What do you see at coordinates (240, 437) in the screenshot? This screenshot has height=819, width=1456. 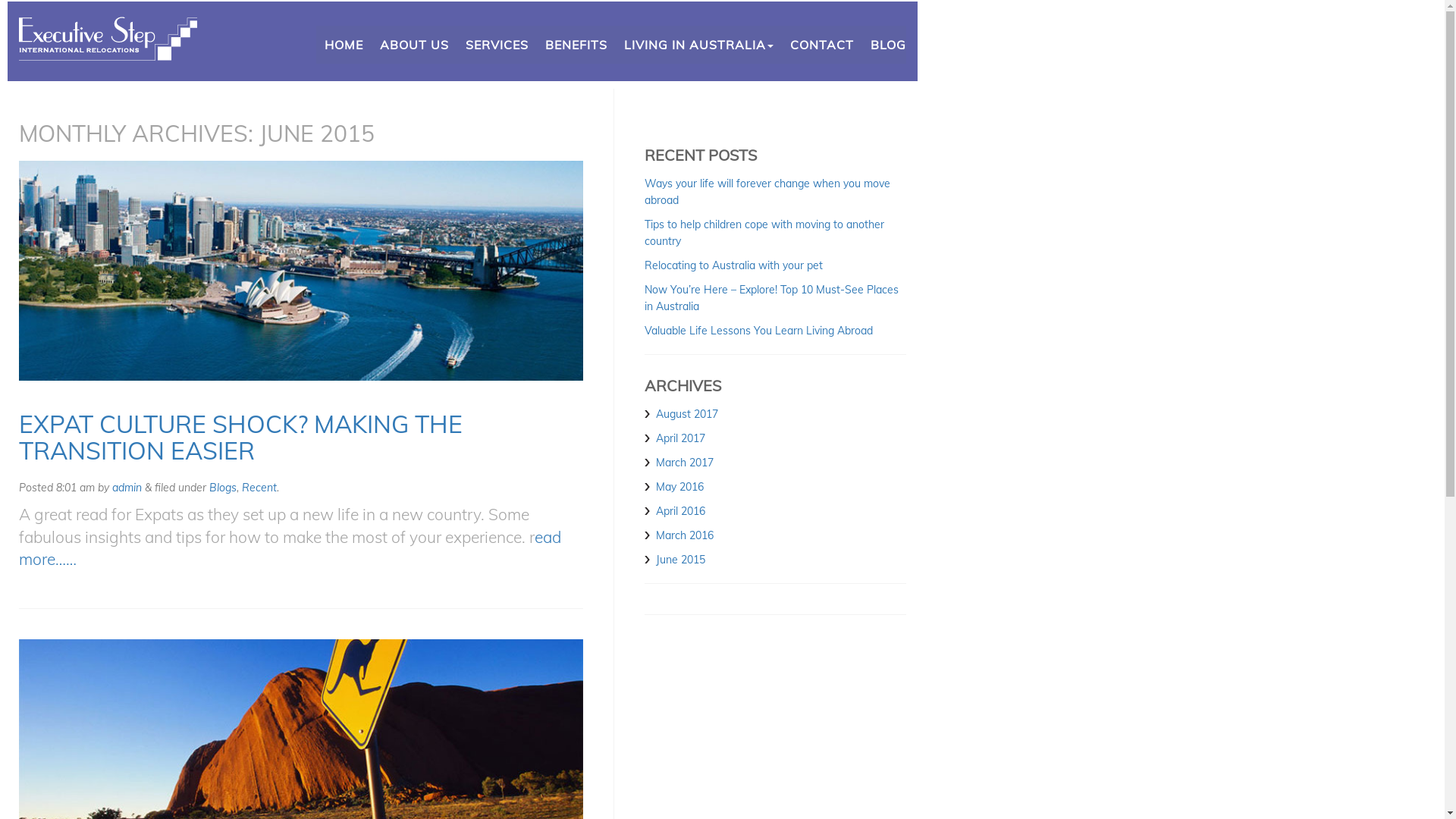 I see `'EXPAT CULTURE SHOCK? MAKING THE TRANSITION EASIER'` at bounding box center [240, 437].